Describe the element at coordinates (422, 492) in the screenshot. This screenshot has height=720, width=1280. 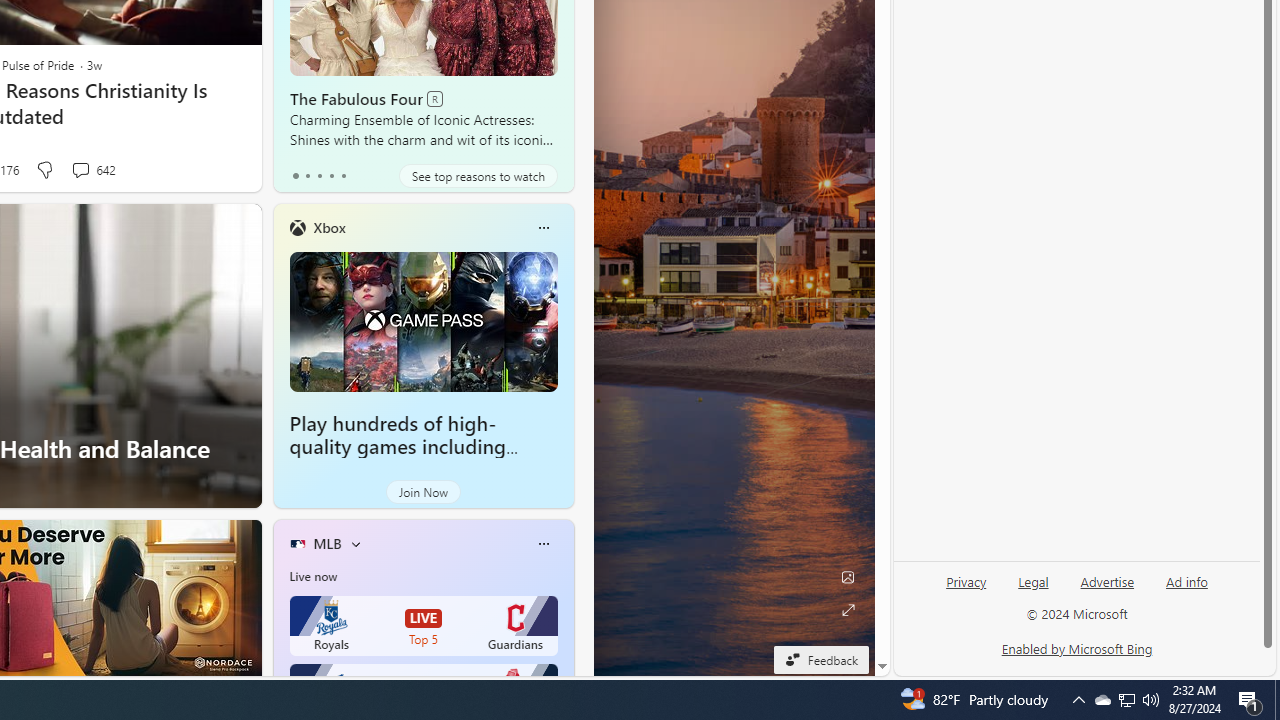
I see `'Join Now'` at that location.